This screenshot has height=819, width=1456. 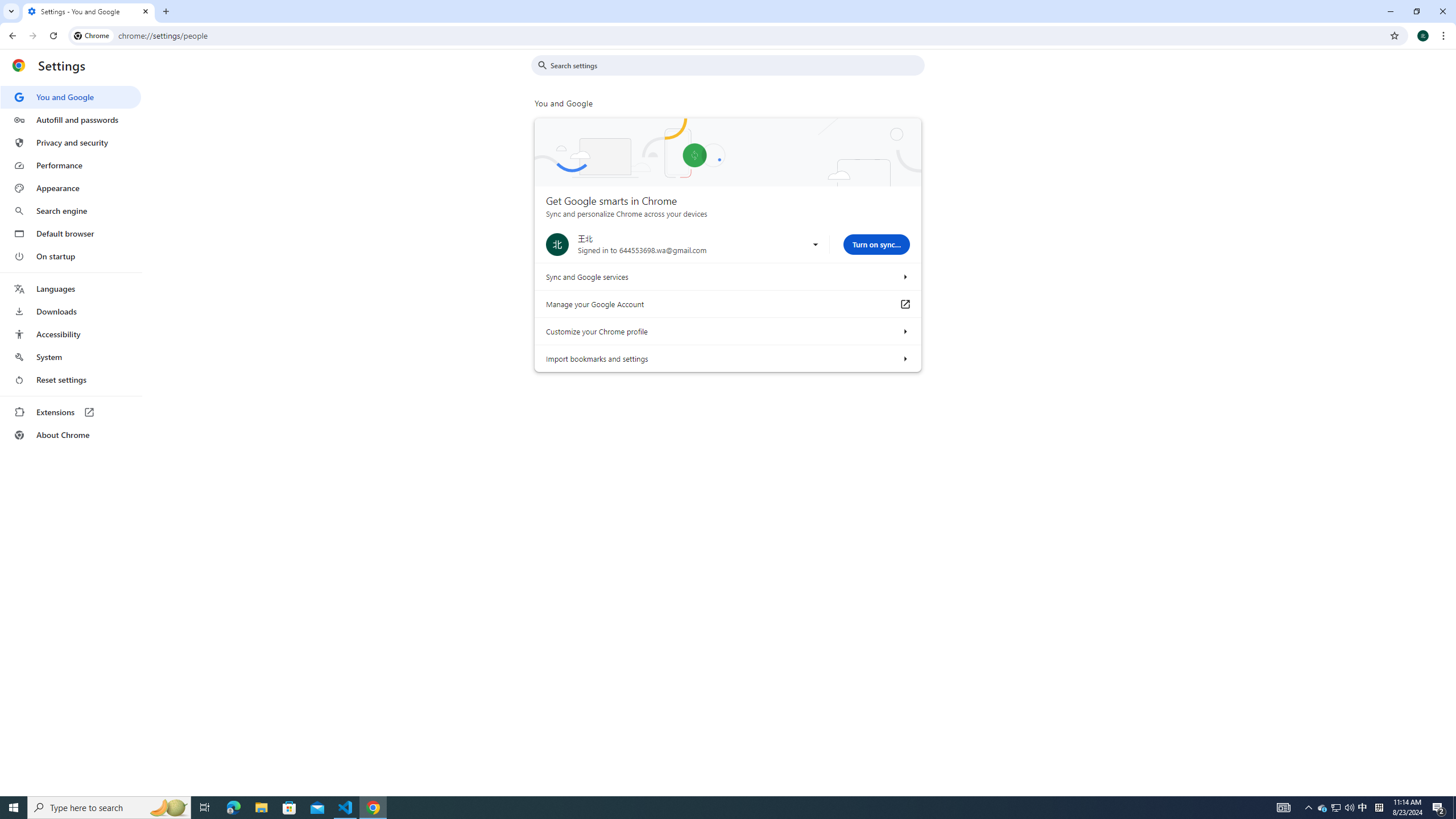 What do you see at coordinates (70, 233) in the screenshot?
I see `'Default browser'` at bounding box center [70, 233].